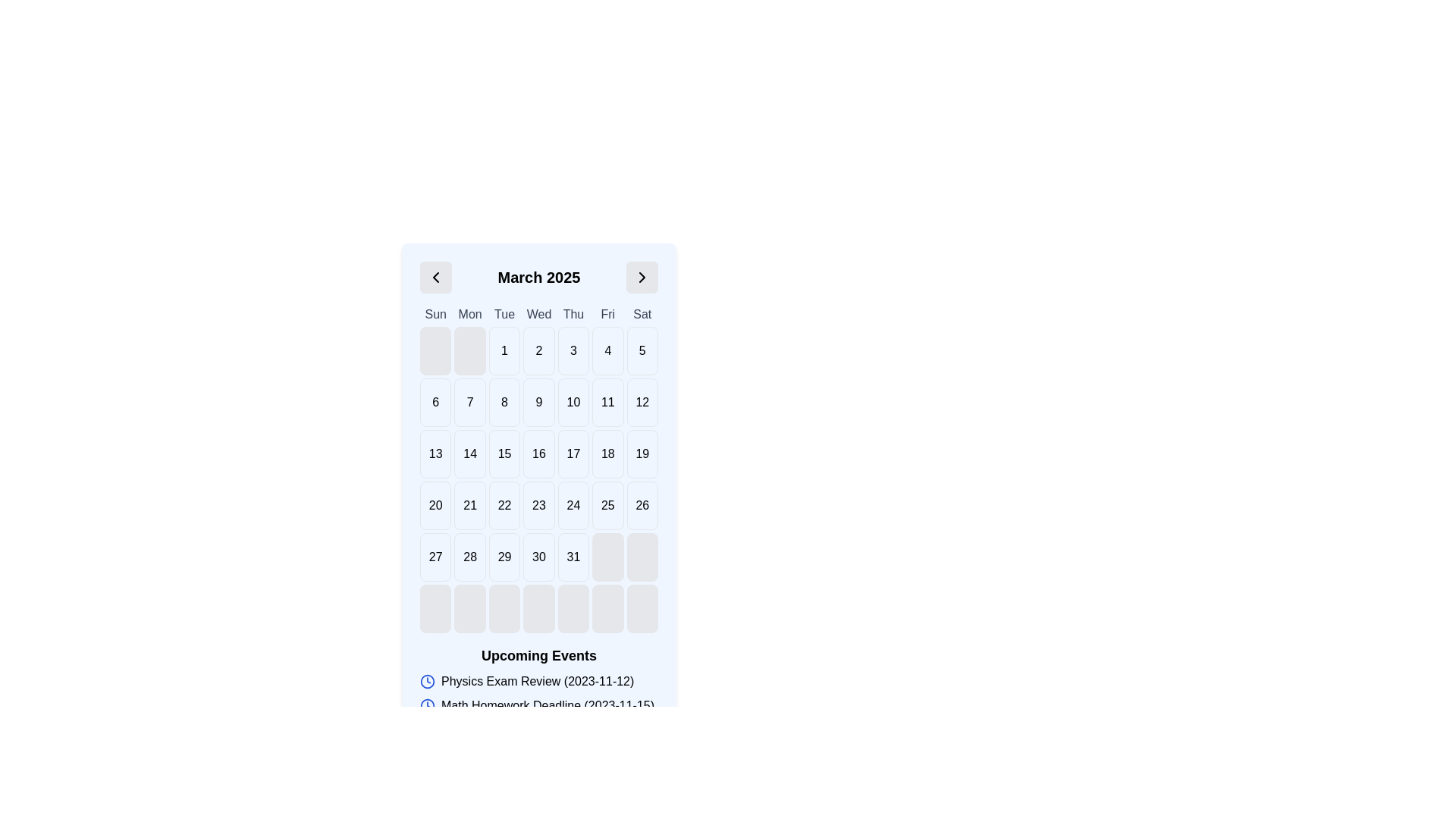  What do you see at coordinates (538, 705) in the screenshot?
I see `the text element containing information about the math homework deadline on 2023-11-15, located in the 'Upcoming Events' section as the second entry` at bounding box center [538, 705].